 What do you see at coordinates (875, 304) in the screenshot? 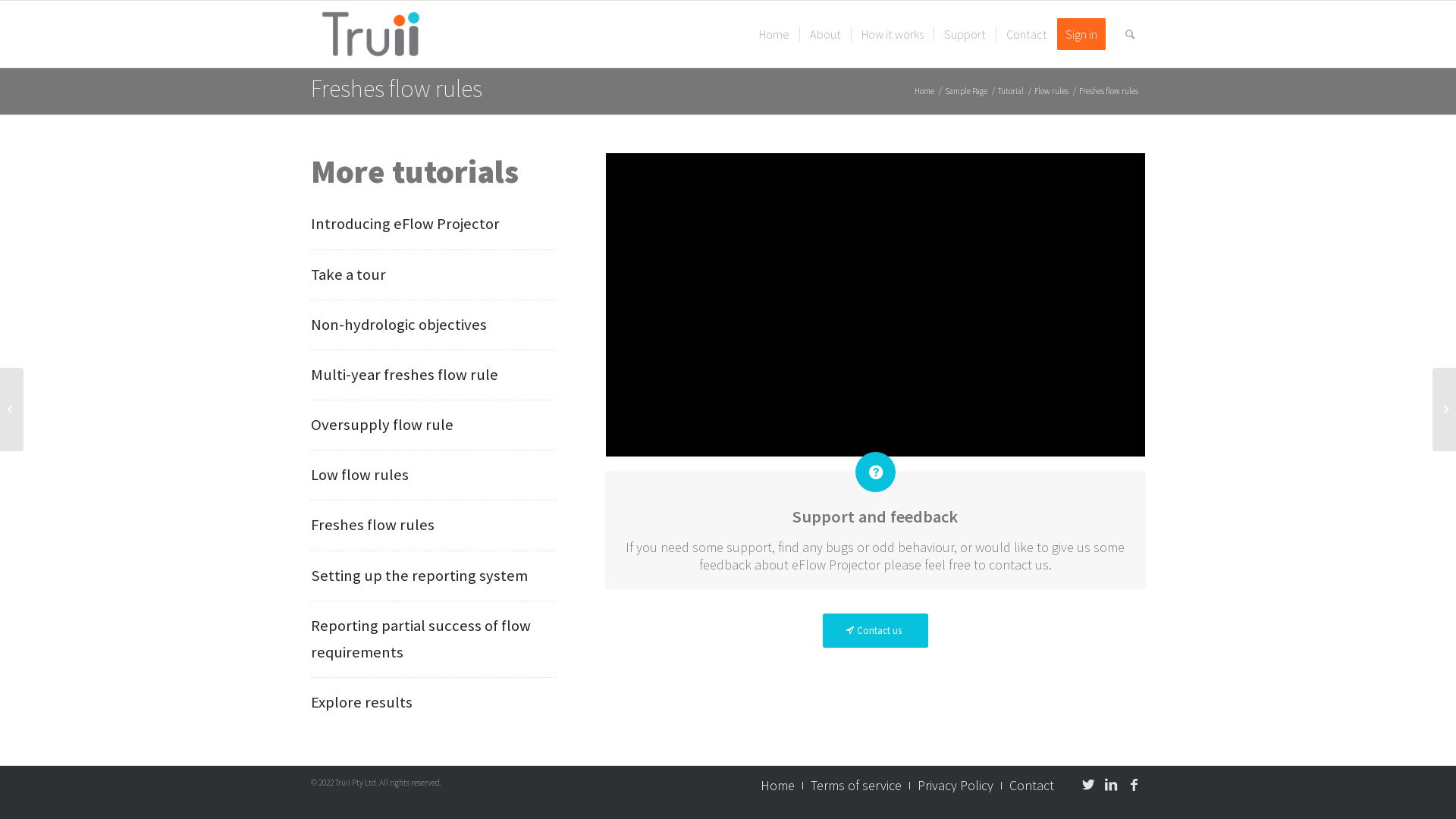
I see `'eFlow Projector: Freshes Flow Rule'` at bounding box center [875, 304].